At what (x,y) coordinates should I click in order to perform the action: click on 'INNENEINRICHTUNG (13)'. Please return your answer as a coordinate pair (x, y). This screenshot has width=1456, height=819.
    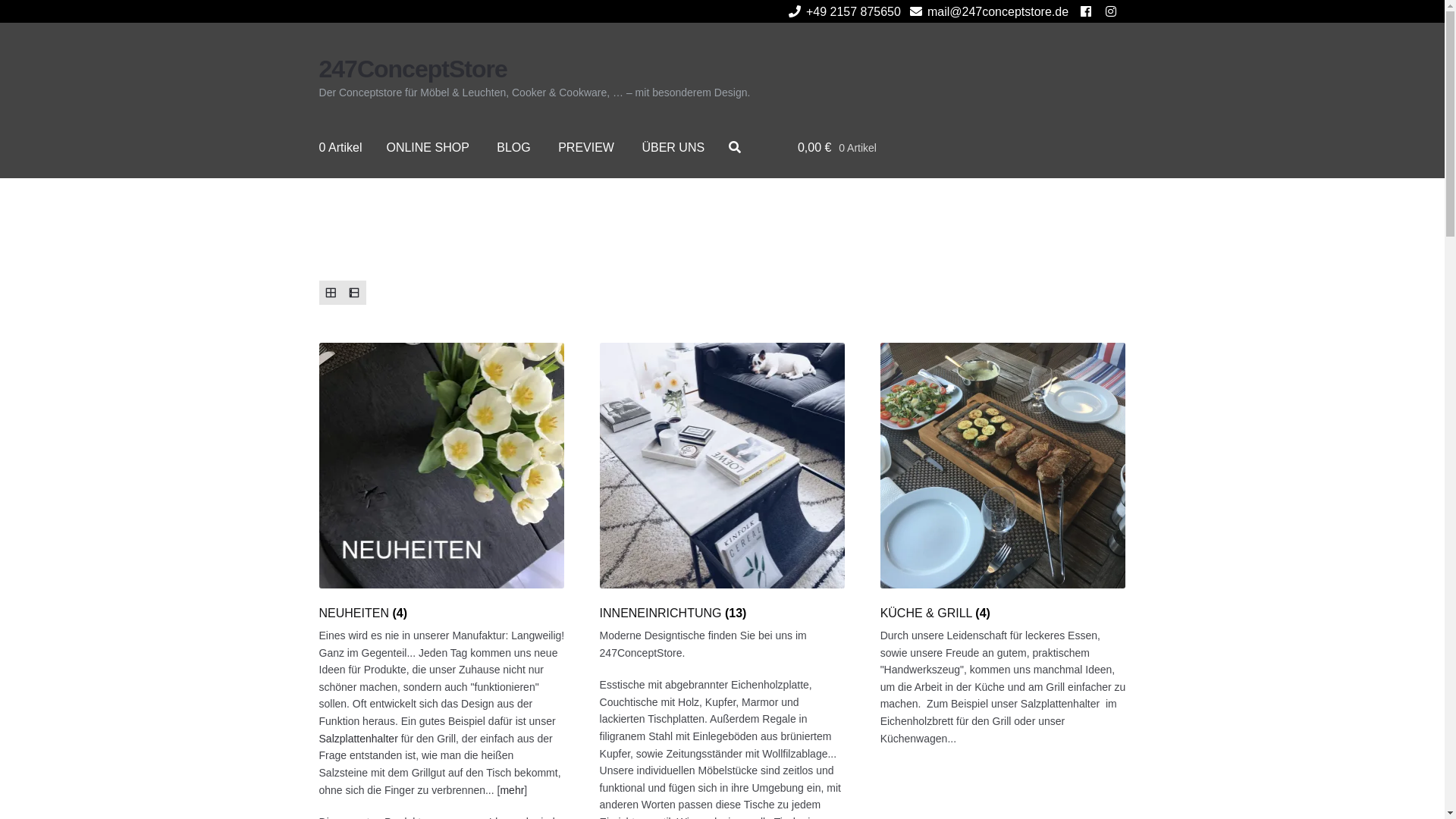
    Looking at the image, I should click on (722, 482).